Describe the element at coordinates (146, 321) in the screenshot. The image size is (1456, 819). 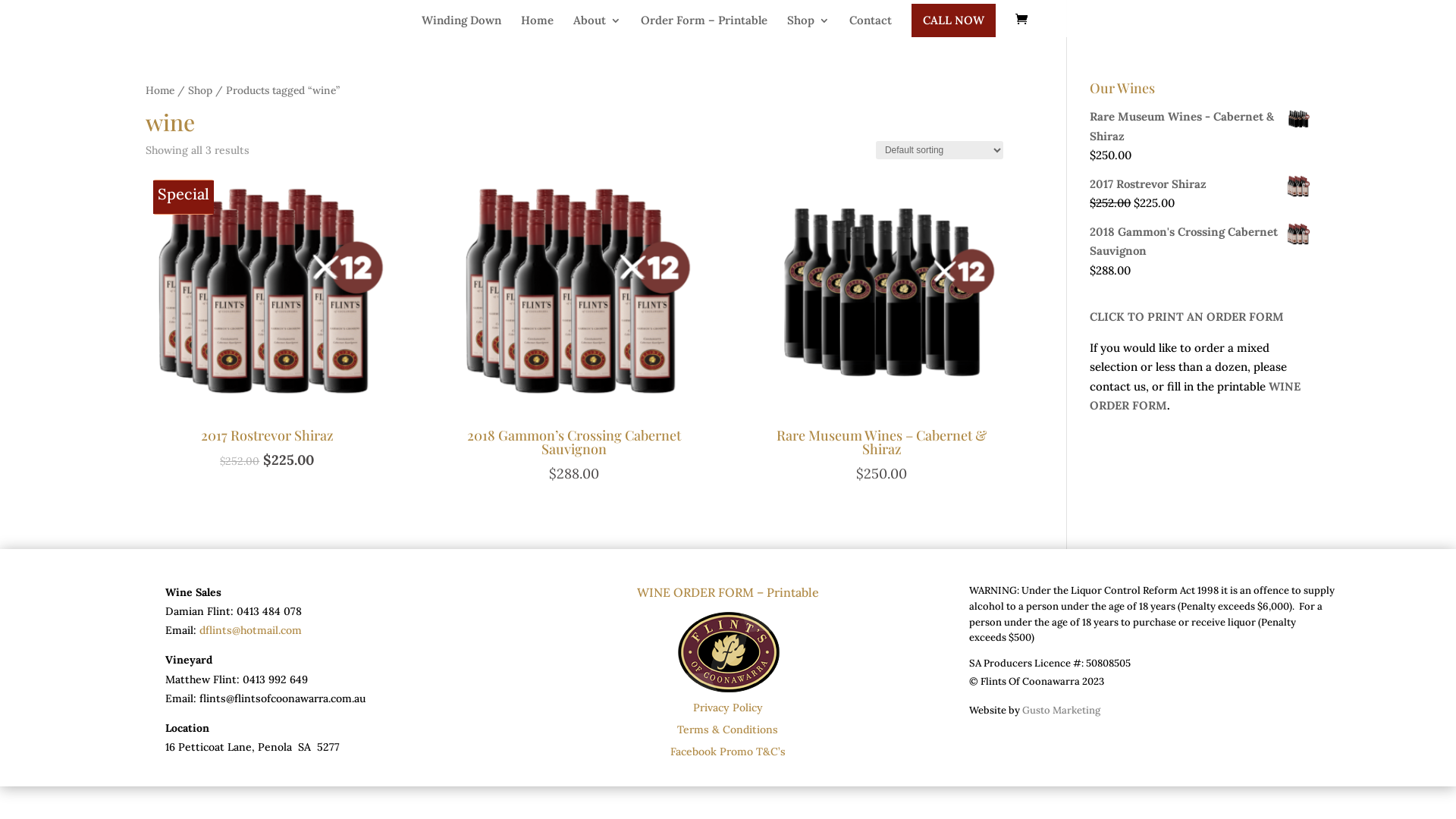
I see `'Sale!` at that location.